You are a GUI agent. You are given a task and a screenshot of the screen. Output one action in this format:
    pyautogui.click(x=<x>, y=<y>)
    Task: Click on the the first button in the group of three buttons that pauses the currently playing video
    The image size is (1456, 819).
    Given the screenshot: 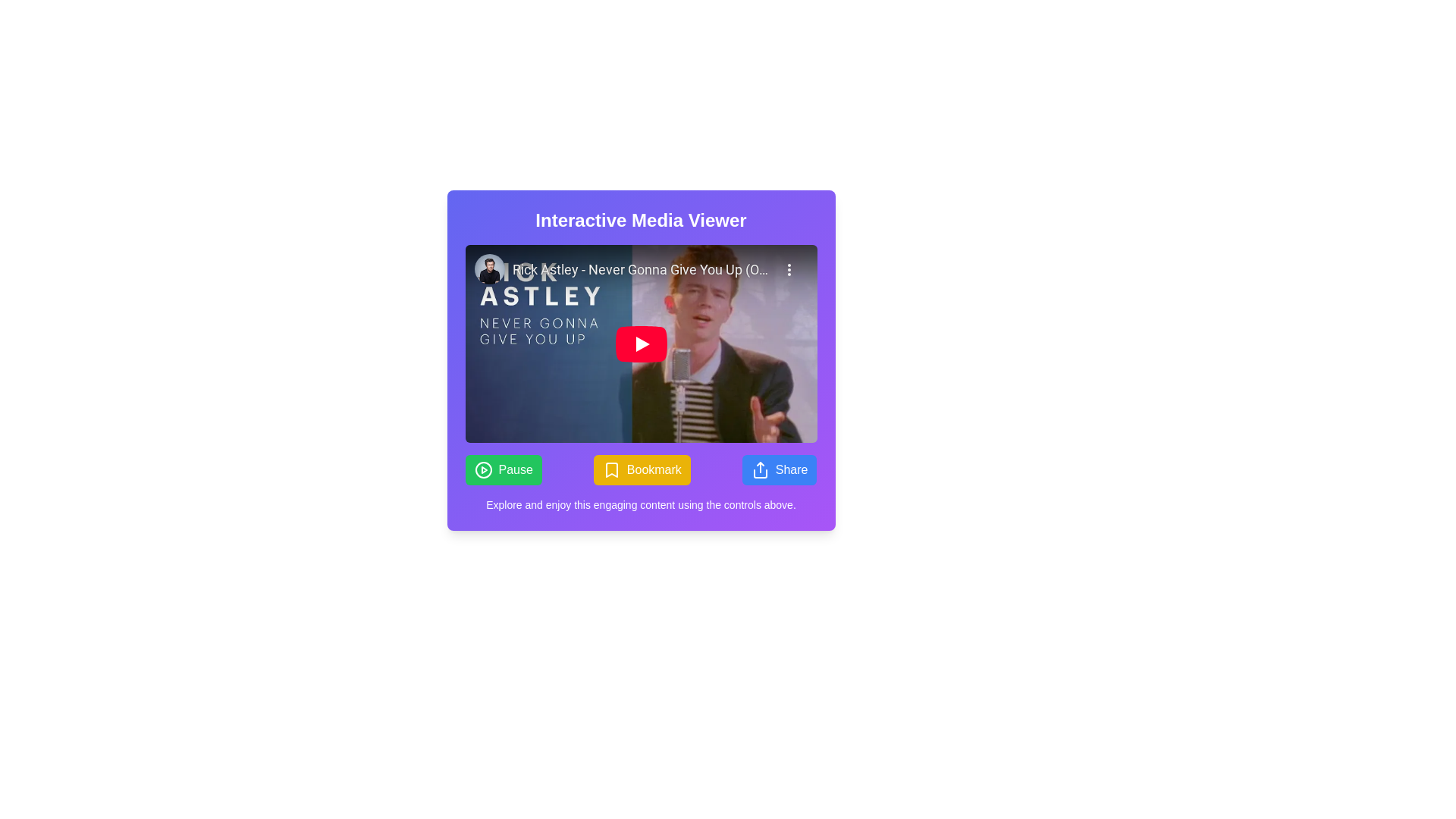 What is the action you would take?
    pyautogui.click(x=504, y=469)
    